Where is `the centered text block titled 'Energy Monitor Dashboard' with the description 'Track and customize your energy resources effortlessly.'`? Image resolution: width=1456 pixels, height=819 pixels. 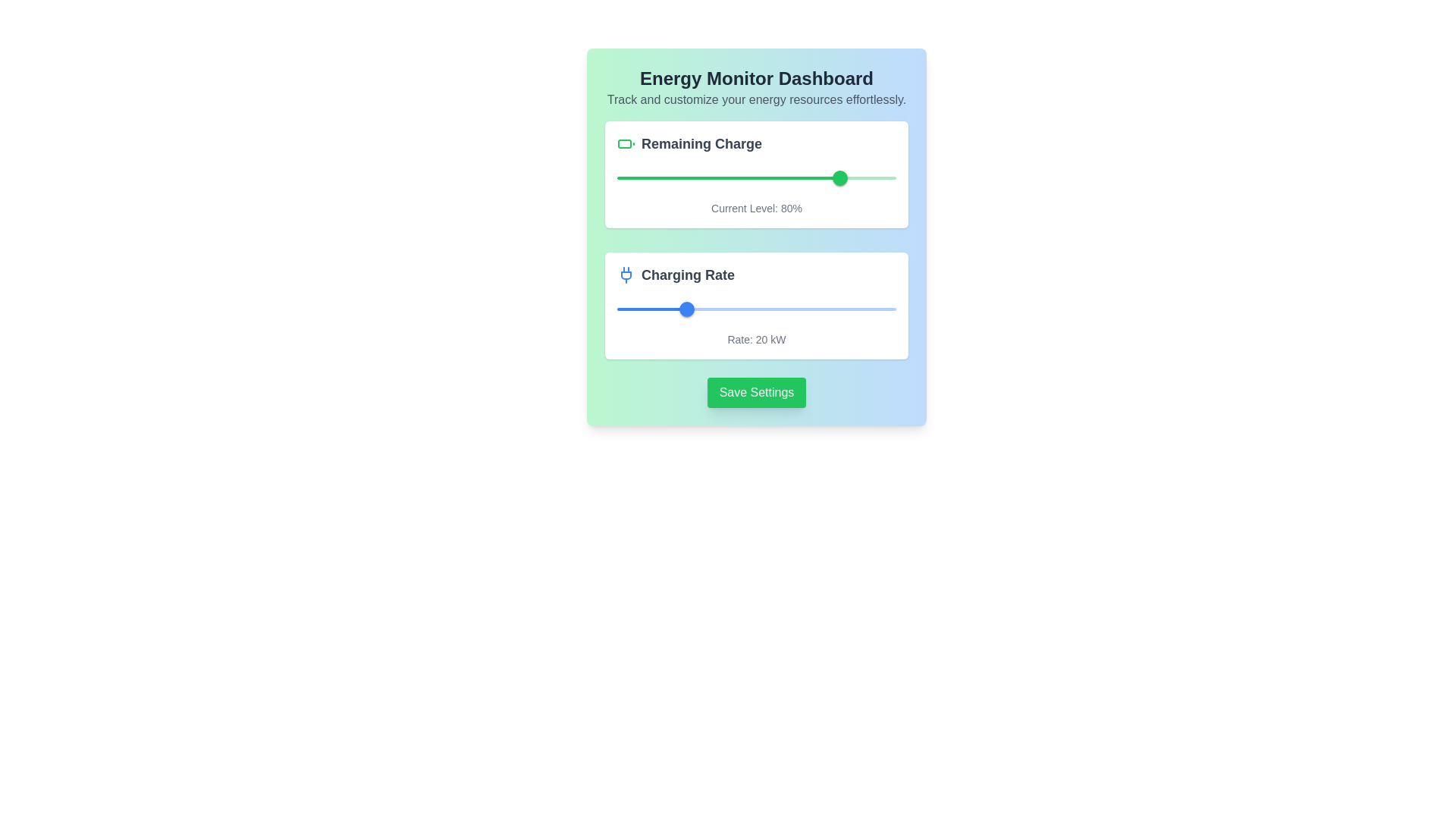
the centered text block titled 'Energy Monitor Dashboard' with the description 'Track and customize your energy resources effortlessly.' is located at coordinates (757, 87).